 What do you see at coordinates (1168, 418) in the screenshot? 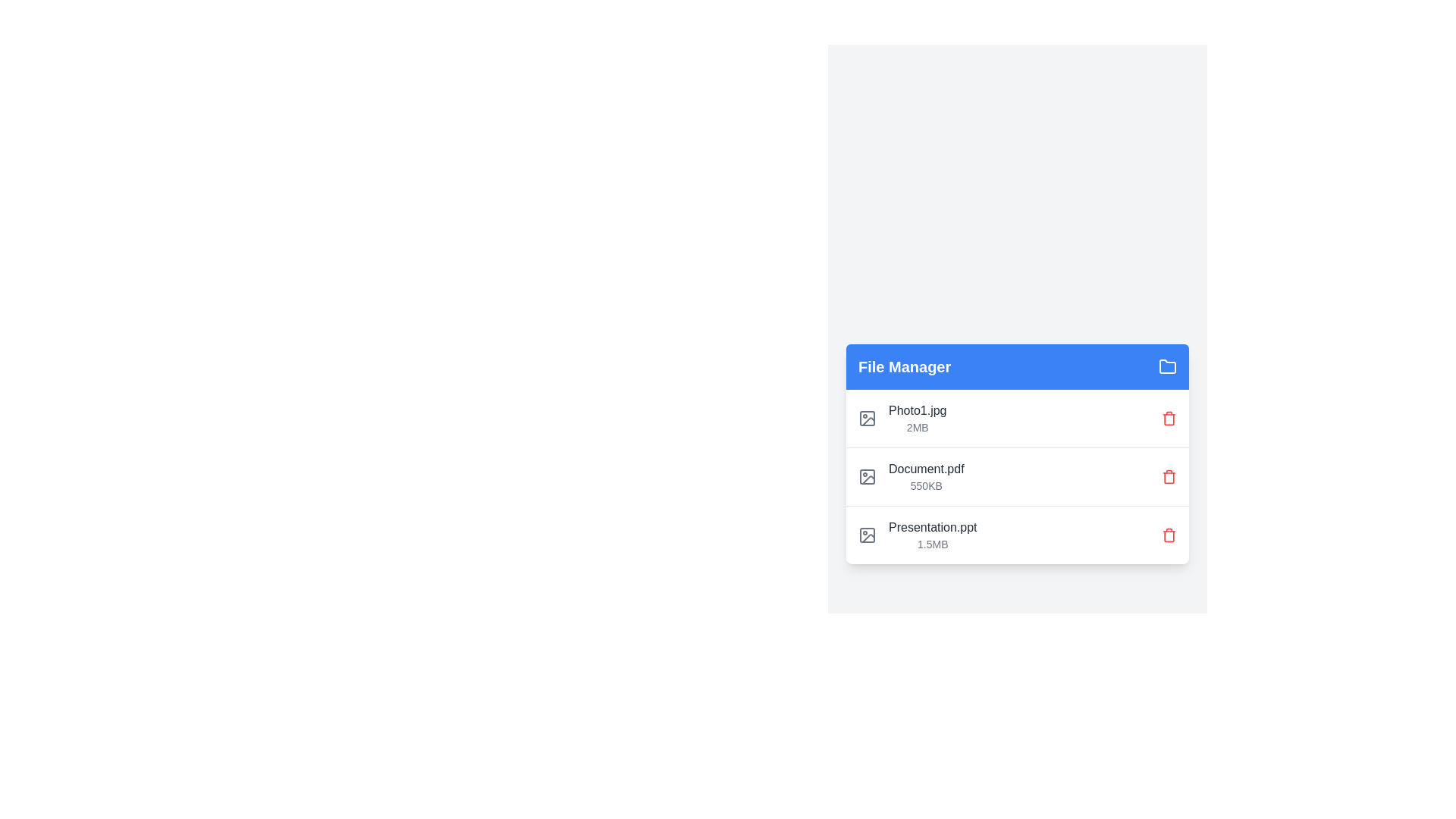
I see `the delete icon button located on the far-right side of the row labeled 'Photo1.jpg'` at bounding box center [1168, 418].